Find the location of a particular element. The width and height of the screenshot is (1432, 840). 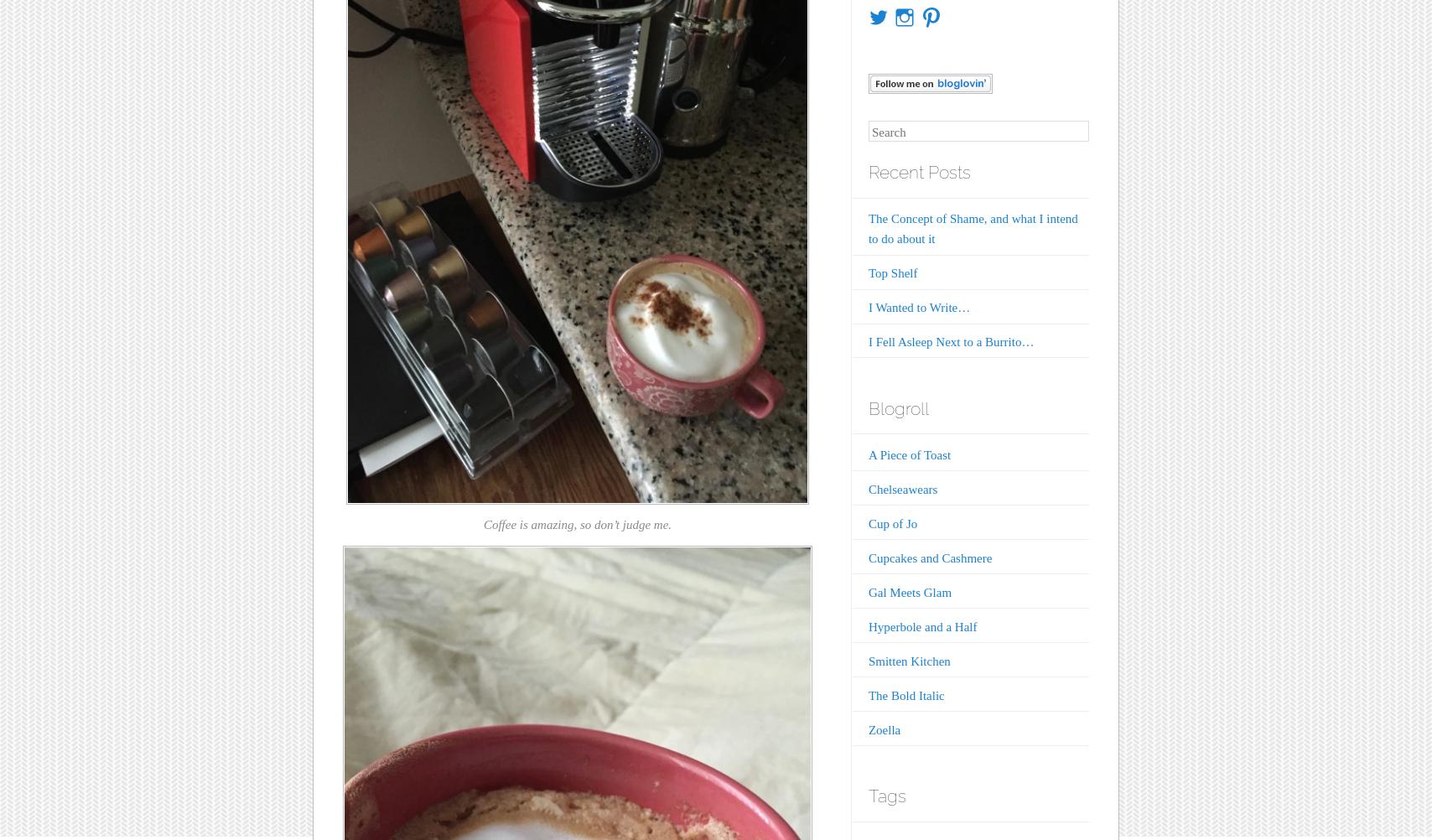

'Top Shelf' is located at coordinates (892, 272).